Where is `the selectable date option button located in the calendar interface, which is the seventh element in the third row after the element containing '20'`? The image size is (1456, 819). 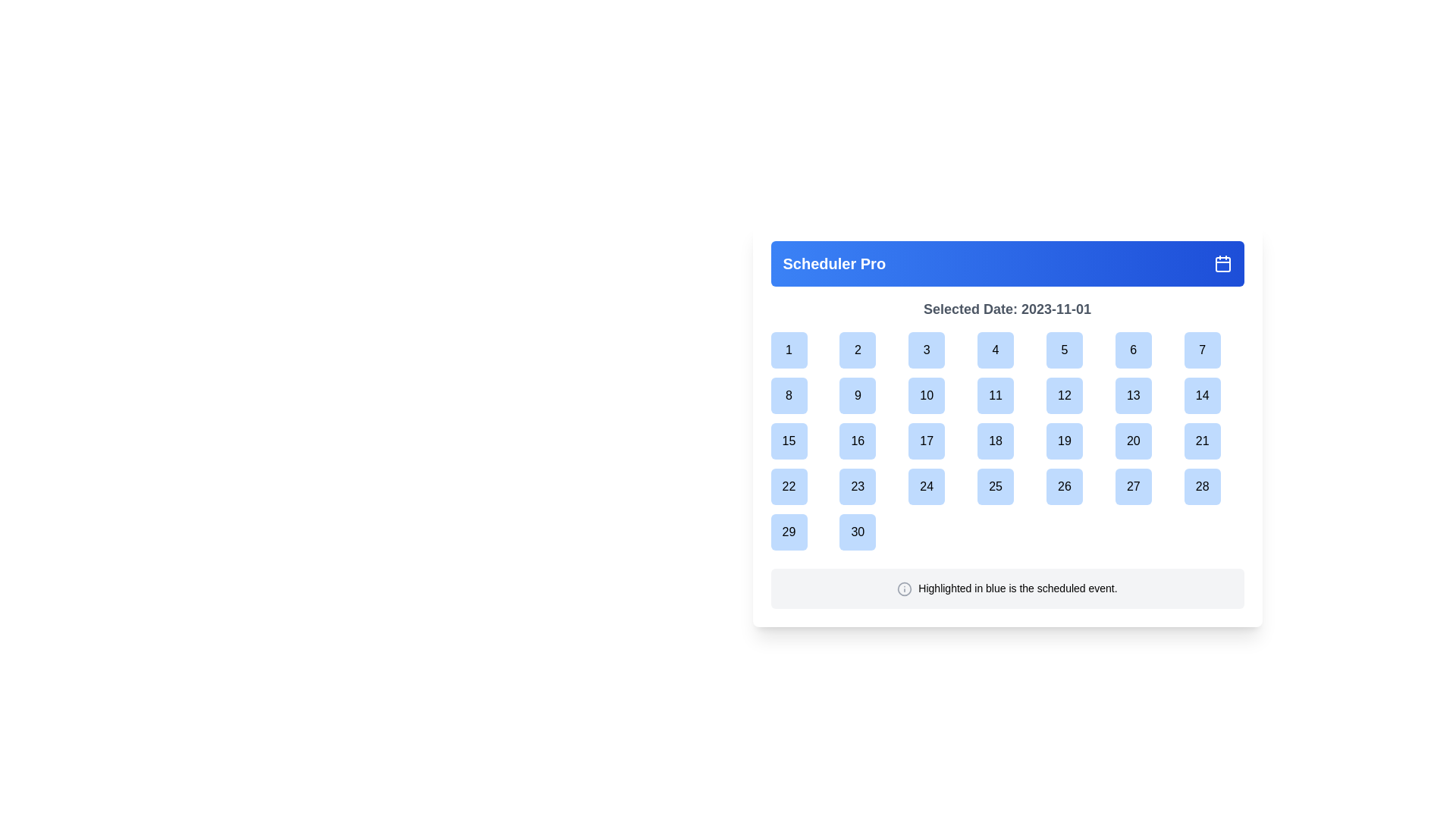
the selectable date option button located in the calendar interface, which is the seventh element in the third row after the element containing '20' is located at coordinates (1201, 441).